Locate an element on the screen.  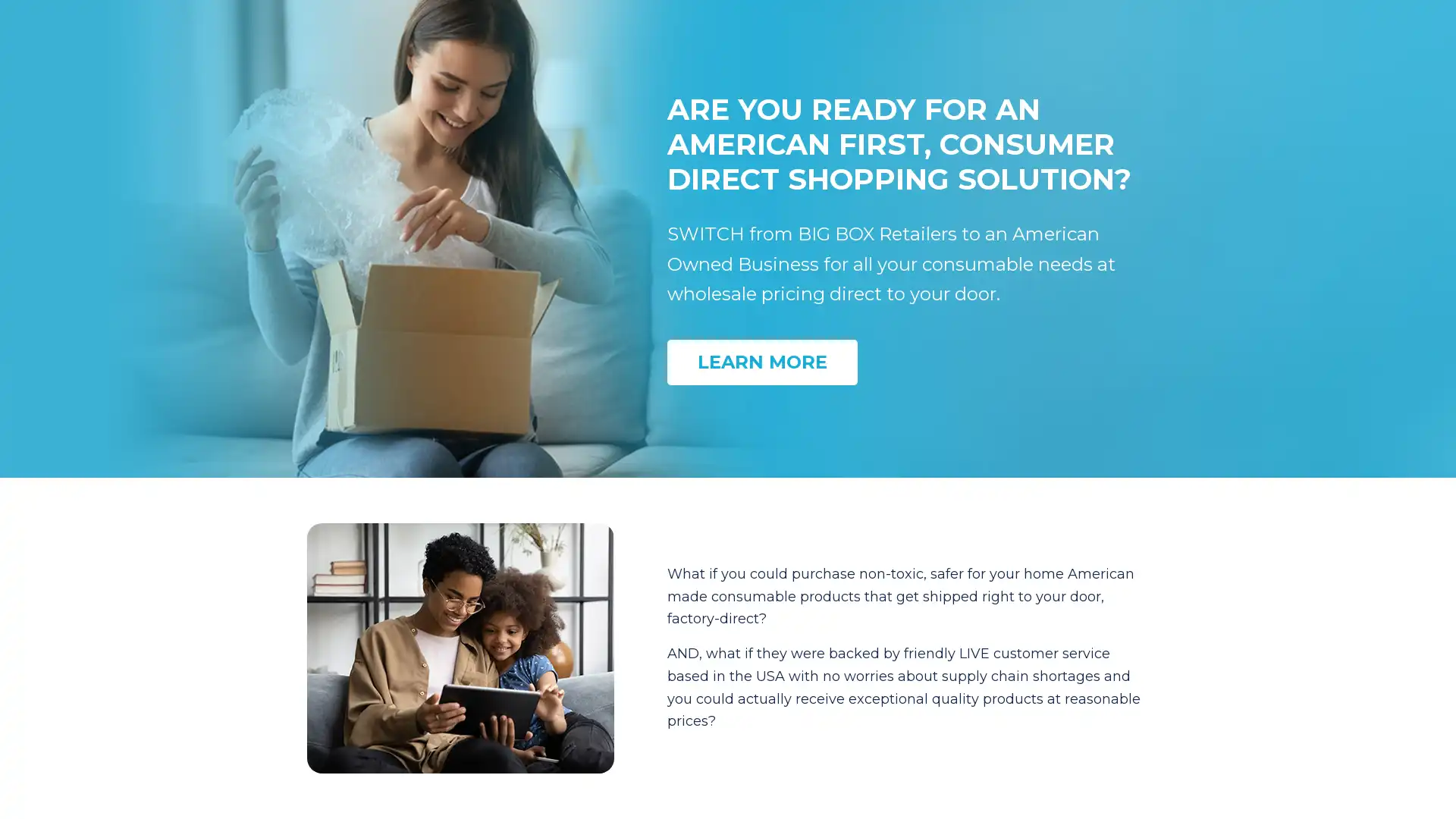
LEARN MORE is located at coordinates (762, 362).